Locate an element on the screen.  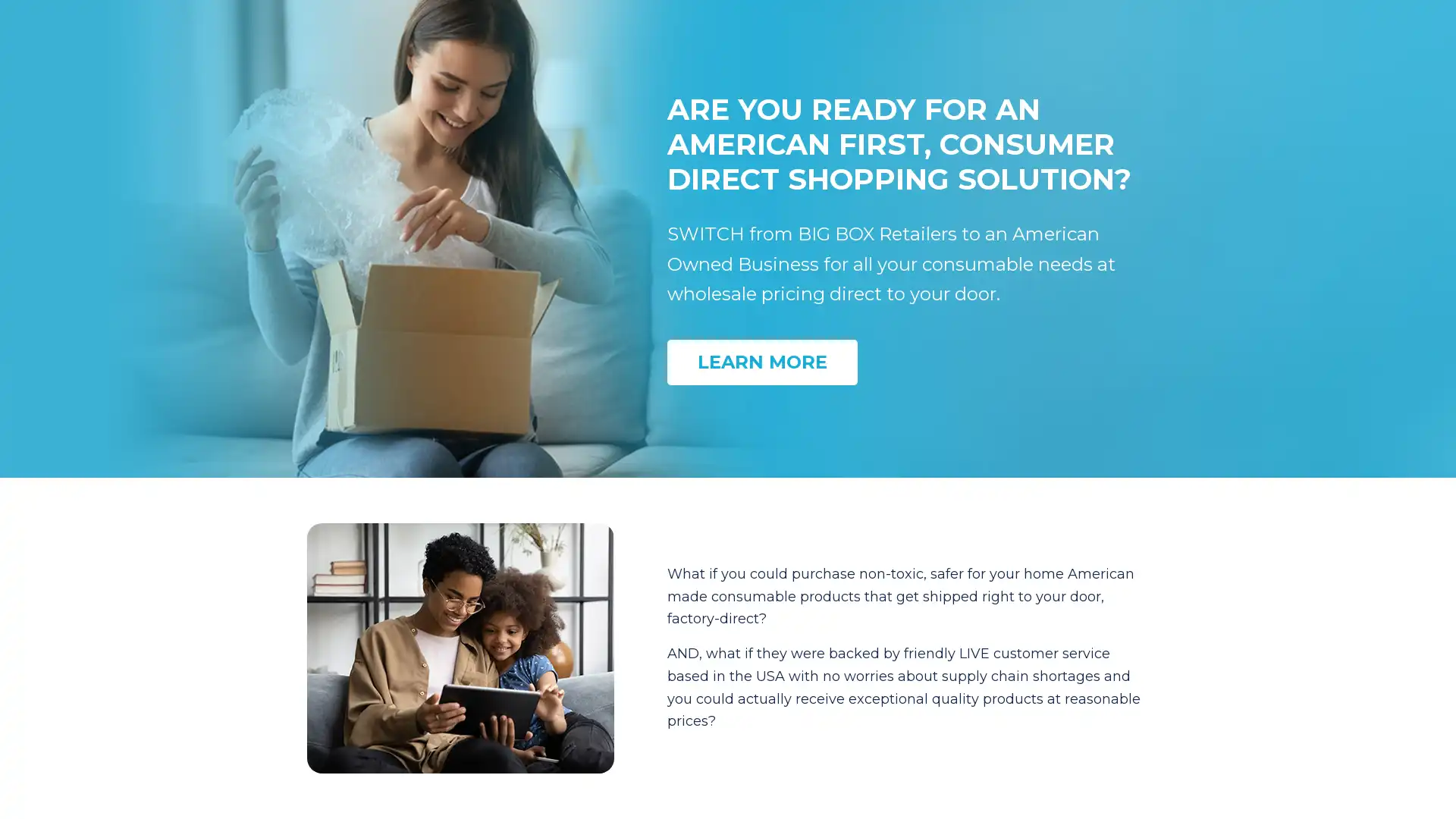
LEARN MORE is located at coordinates (762, 362).